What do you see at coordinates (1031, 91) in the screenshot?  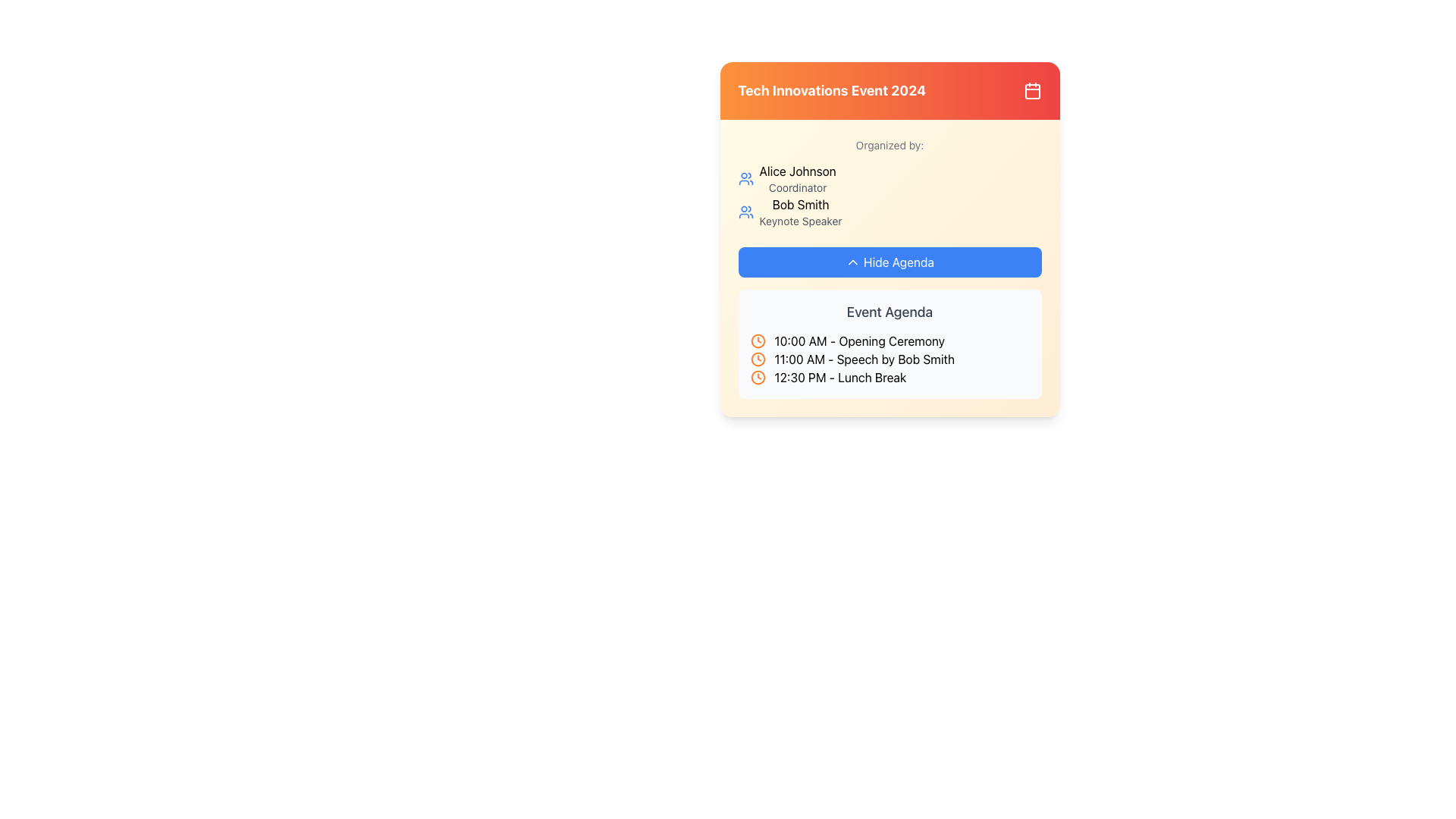 I see `the decorative rectangle within the calendar icon located in the top-right corner of the header section` at bounding box center [1031, 91].